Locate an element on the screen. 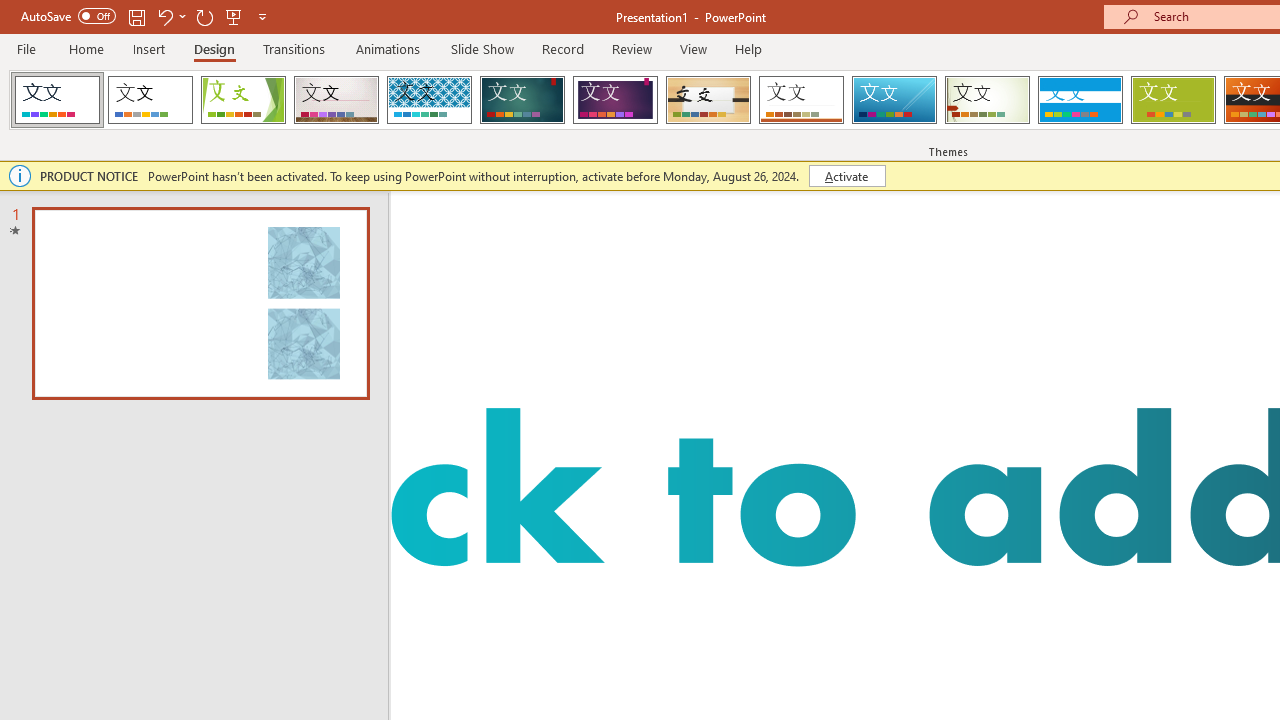 The height and width of the screenshot is (720, 1280). 'Basis' is located at coordinates (1173, 100).